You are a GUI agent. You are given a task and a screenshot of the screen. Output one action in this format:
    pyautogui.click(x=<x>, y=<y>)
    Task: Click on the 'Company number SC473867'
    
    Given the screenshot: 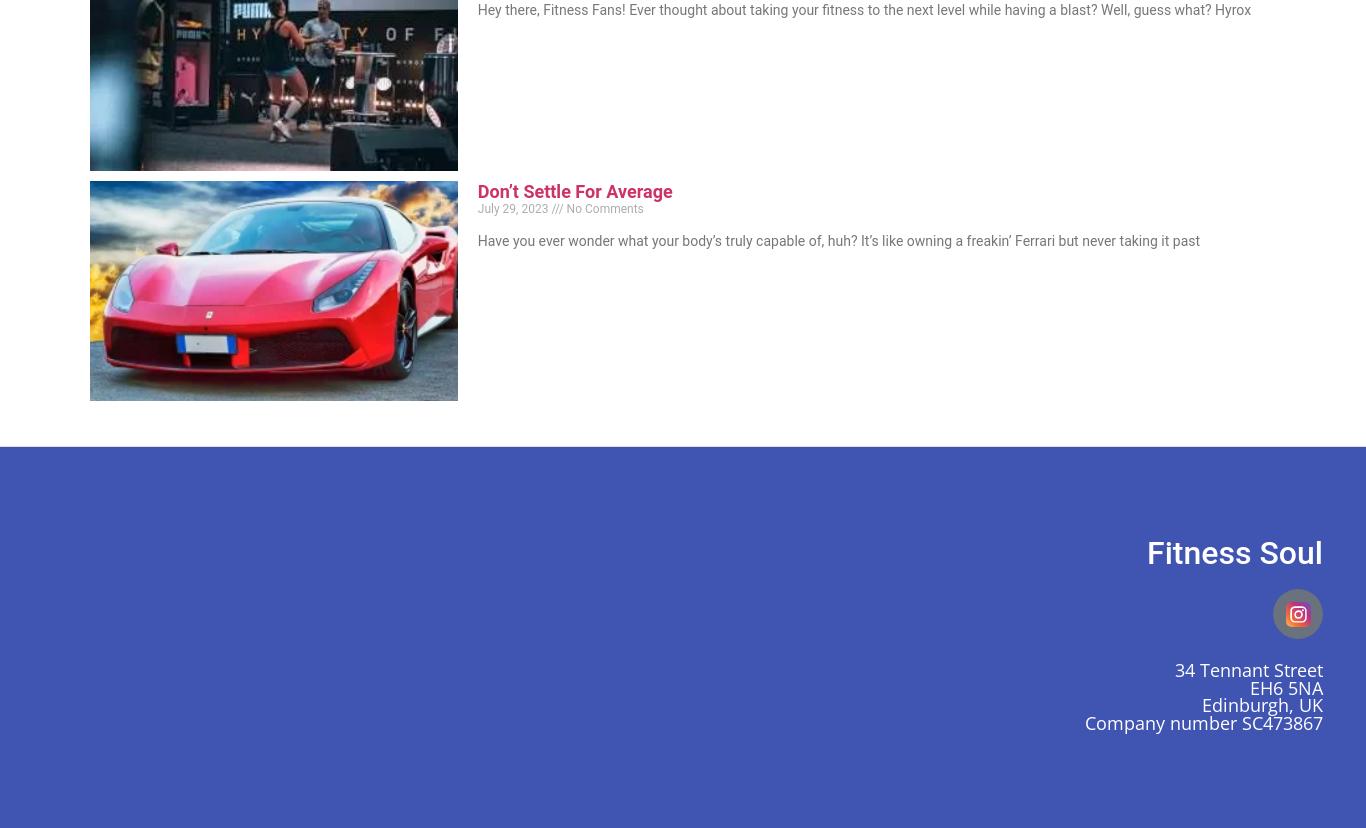 What is the action you would take?
    pyautogui.click(x=1203, y=722)
    